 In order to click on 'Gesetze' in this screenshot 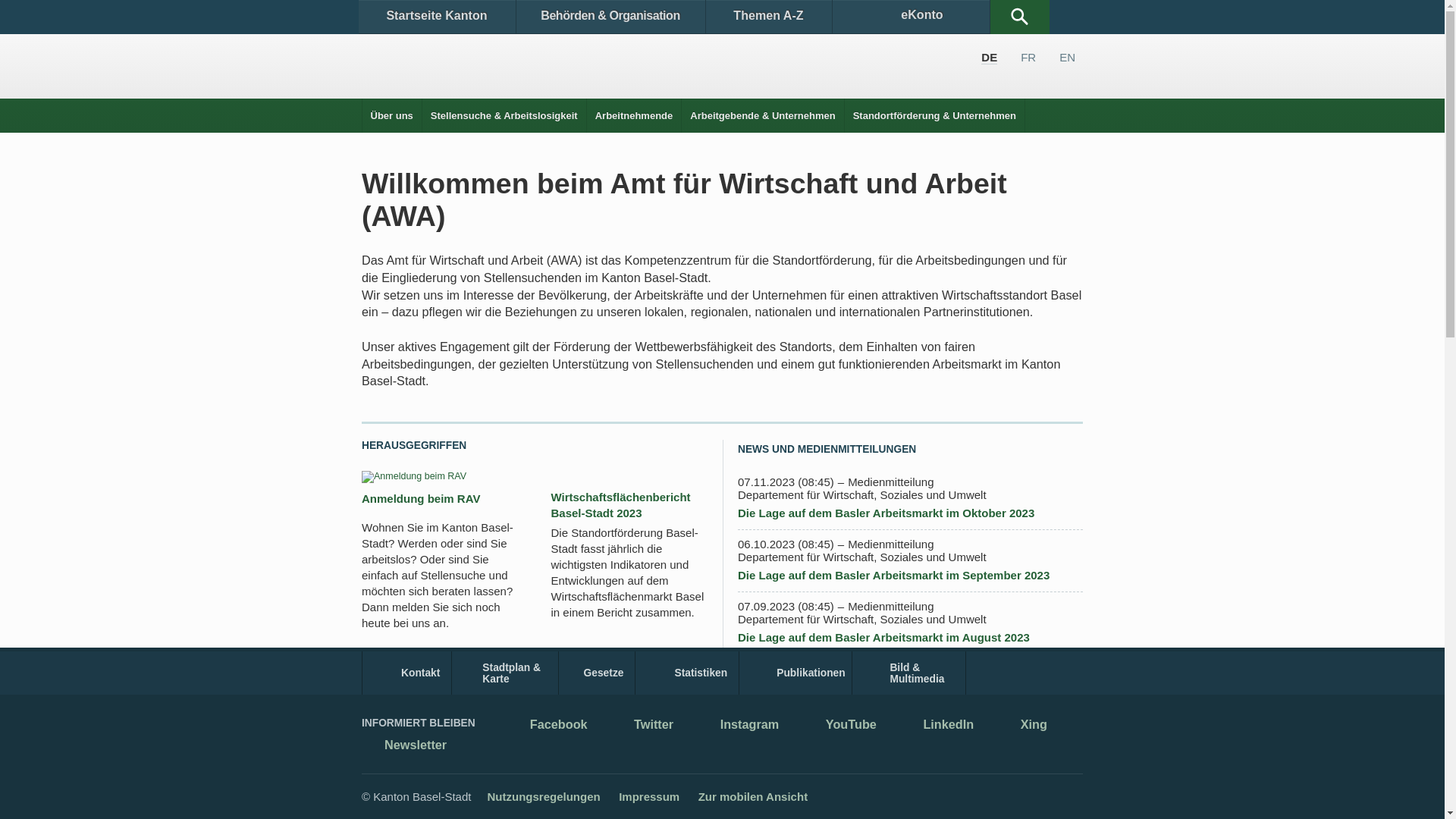, I will do `click(596, 672)`.